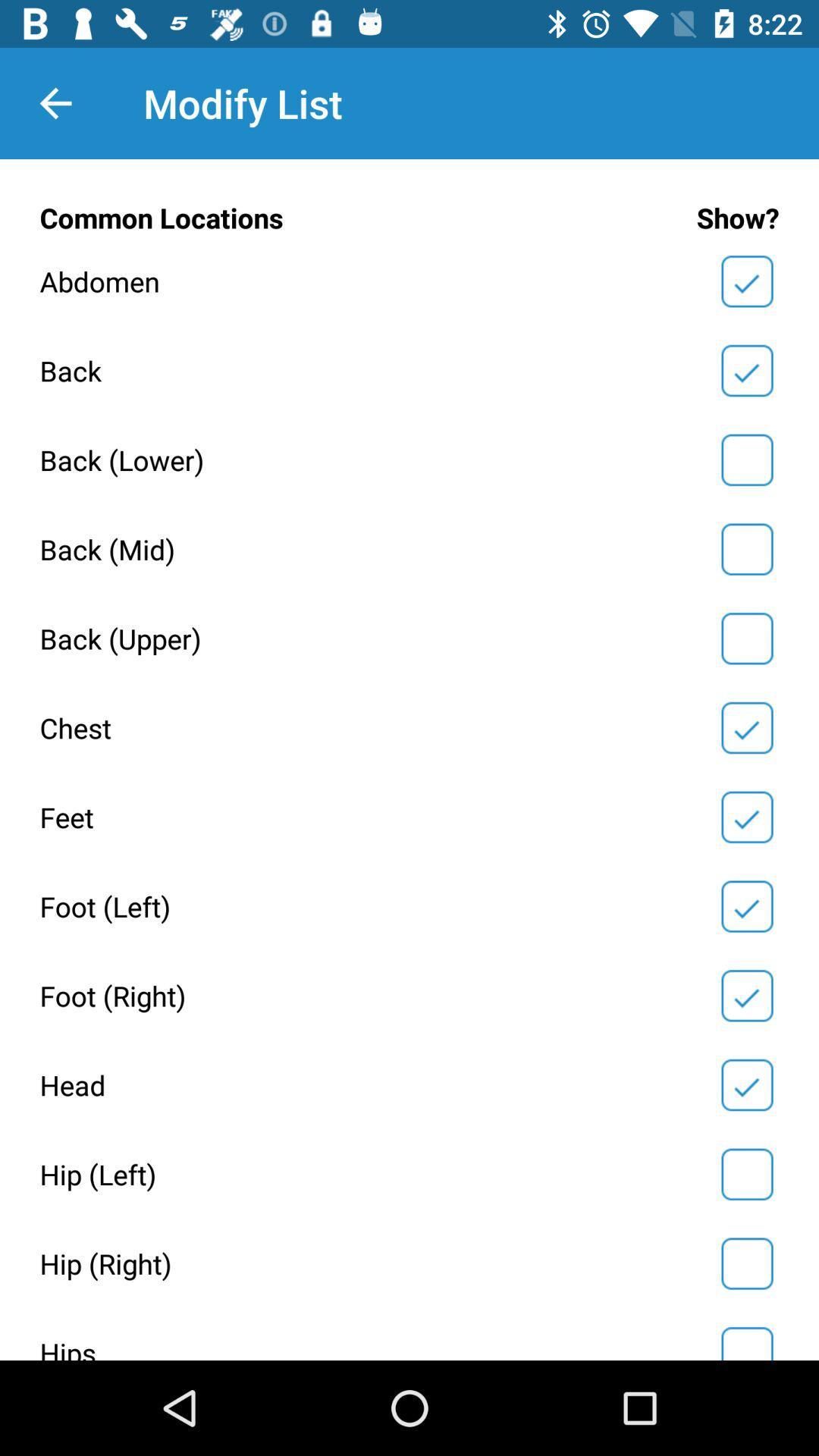 Image resolution: width=819 pixels, height=1456 pixels. Describe the element at coordinates (746, 1341) in the screenshot. I see `box to select hips` at that location.